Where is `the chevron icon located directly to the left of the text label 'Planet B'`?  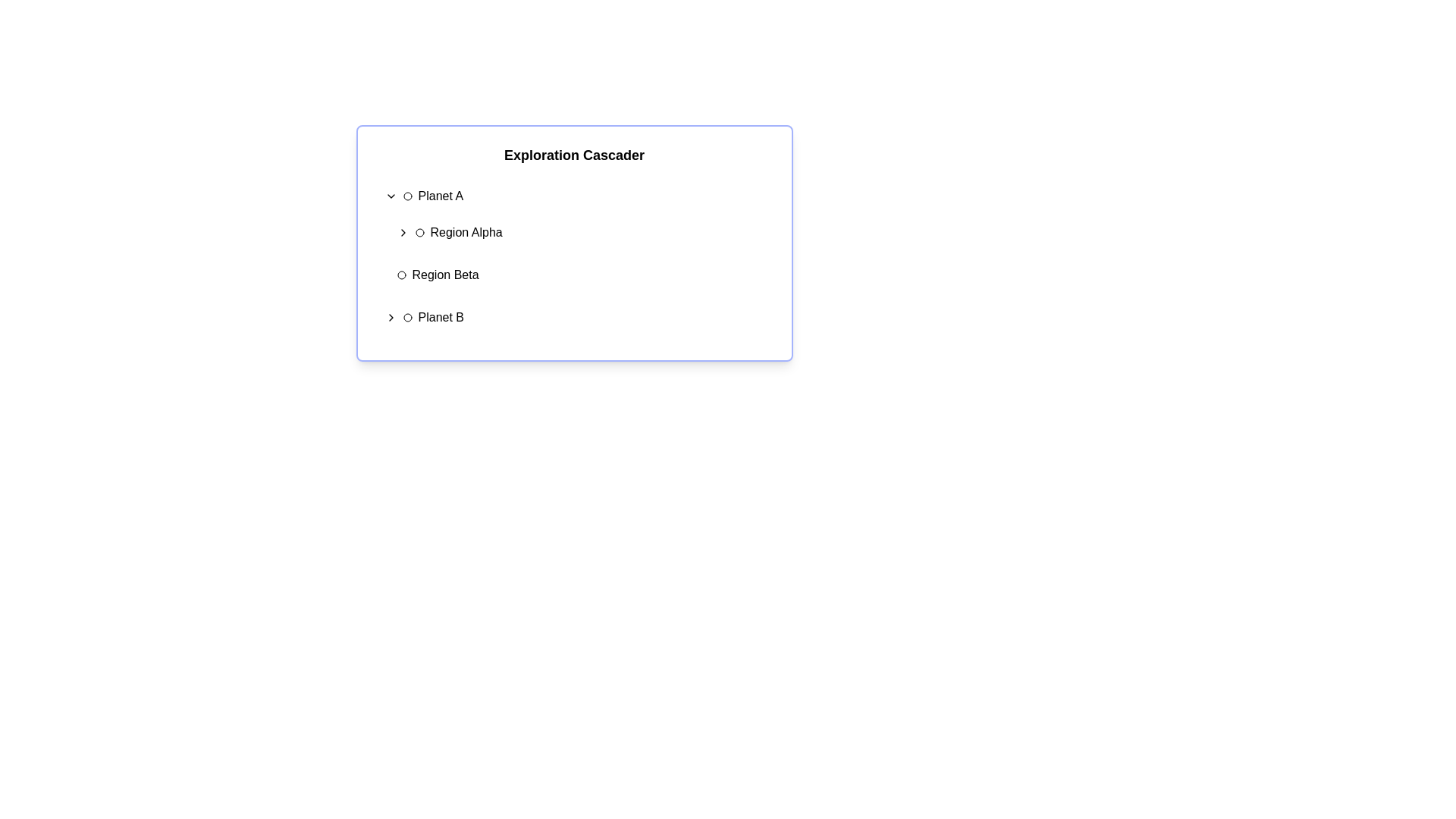
the chevron icon located directly to the left of the text label 'Planet B' is located at coordinates (391, 317).